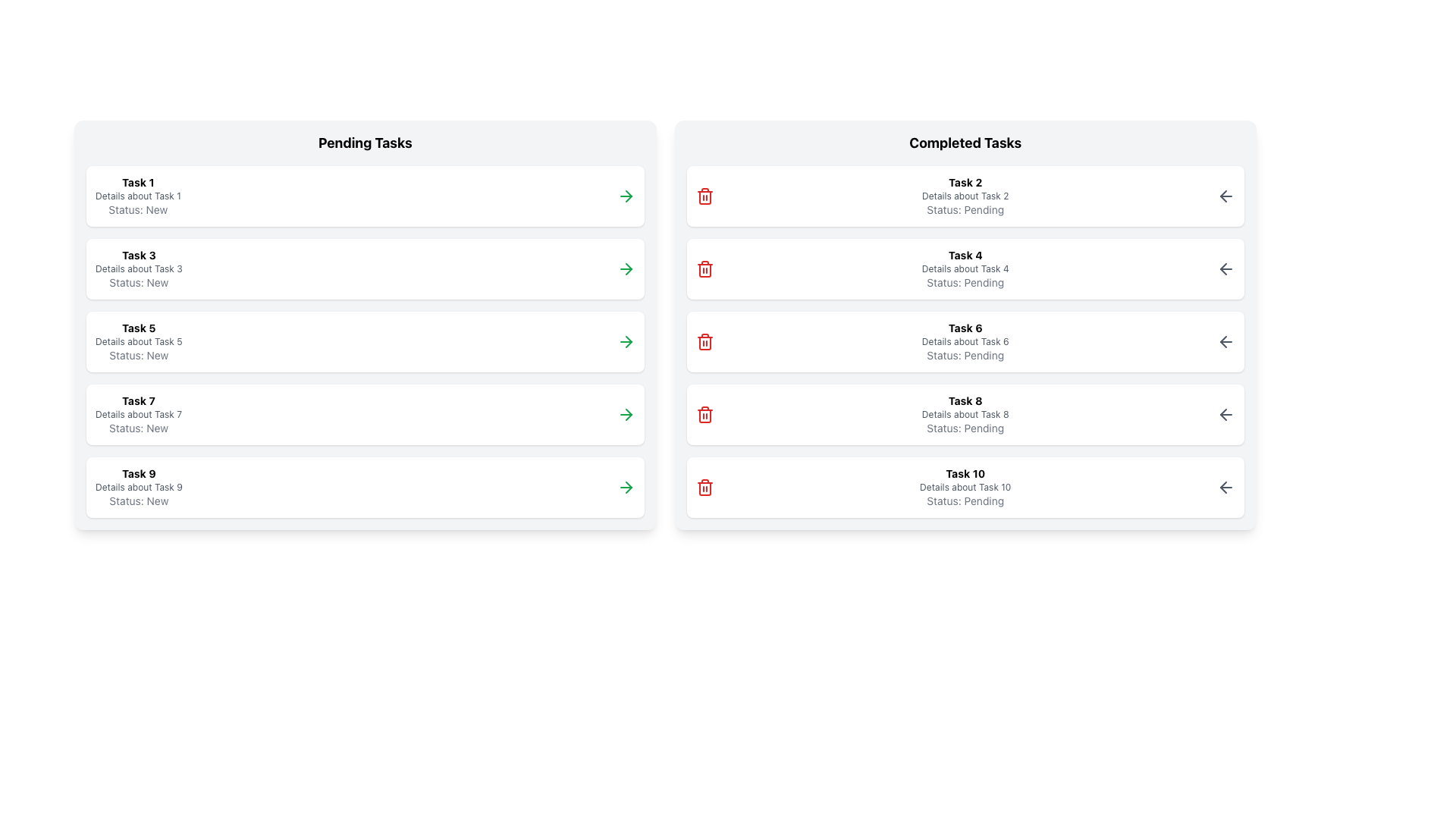  What do you see at coordinates (965, 268) in the screenshot?
I see `the descriptive text label located below the bold headline 'Task 4' in the 'Completed Tasks' column of the second task card` at bounding box center [965, 268].